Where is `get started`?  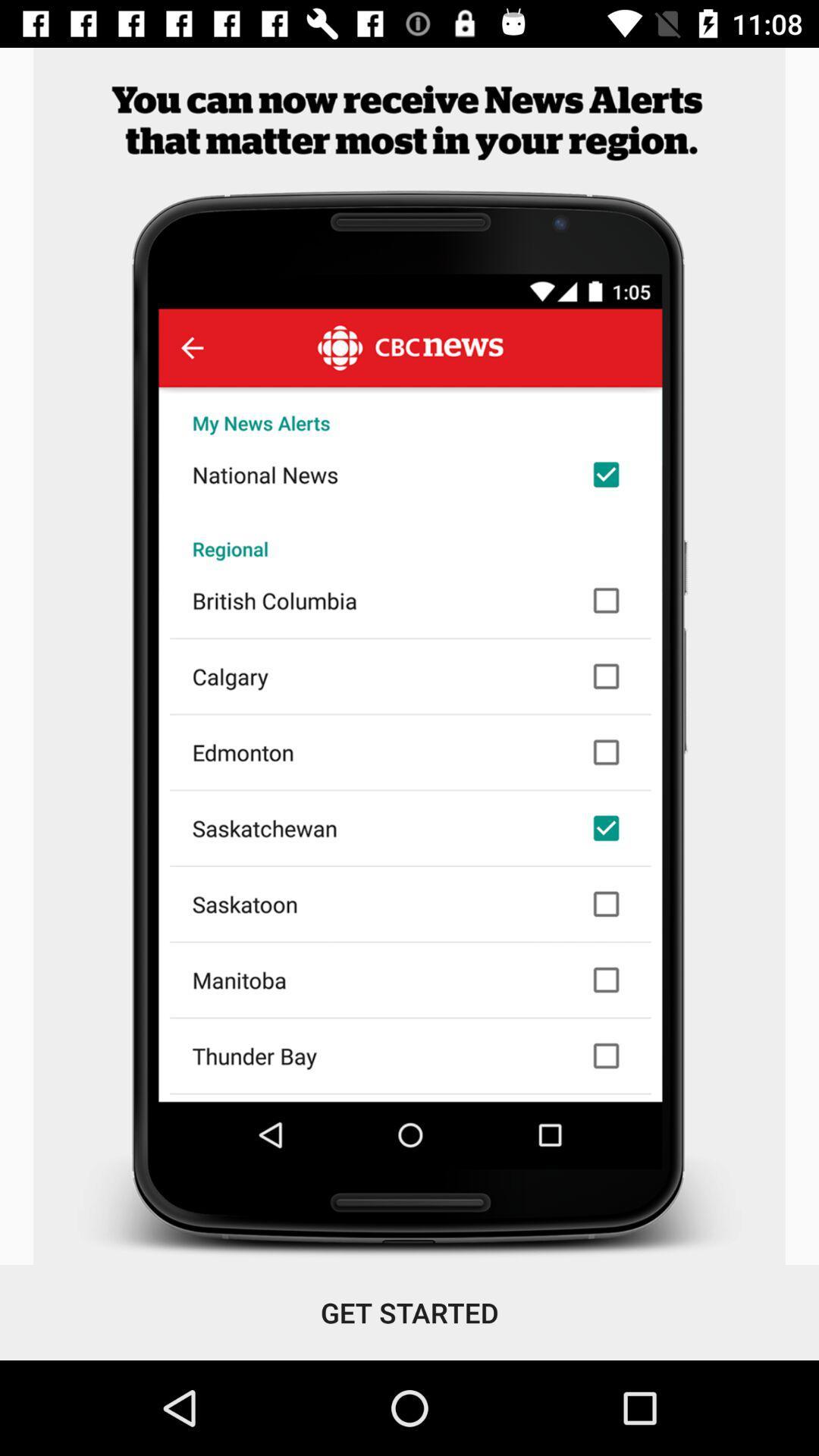 get started is located at coordinates (409, 1312).